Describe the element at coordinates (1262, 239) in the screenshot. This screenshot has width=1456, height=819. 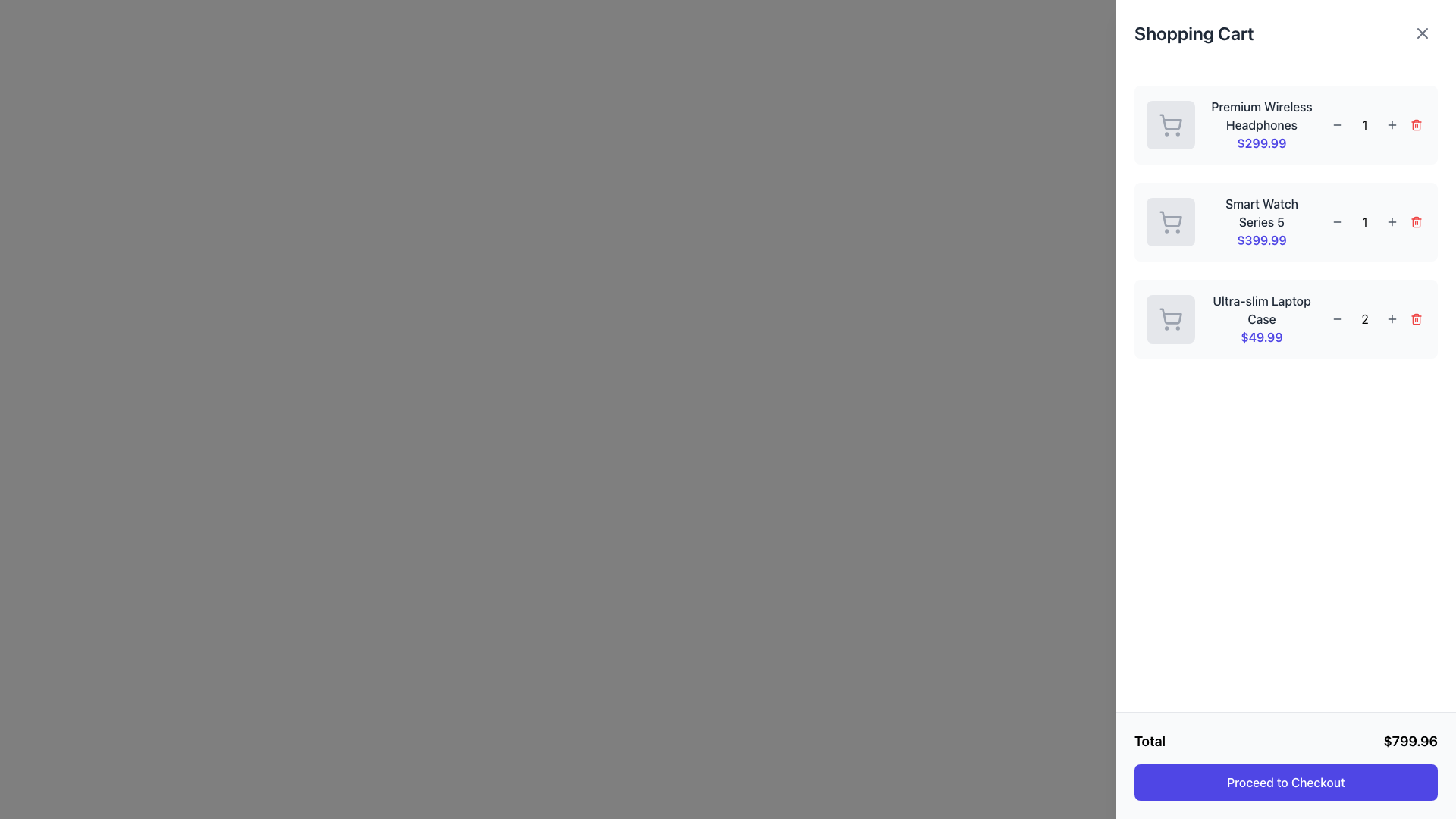
I see `the non-interactive text label indicating the price of the 'Smart Watch Series 5' product, located in the shopping cart UI beneath the product name` at that location.